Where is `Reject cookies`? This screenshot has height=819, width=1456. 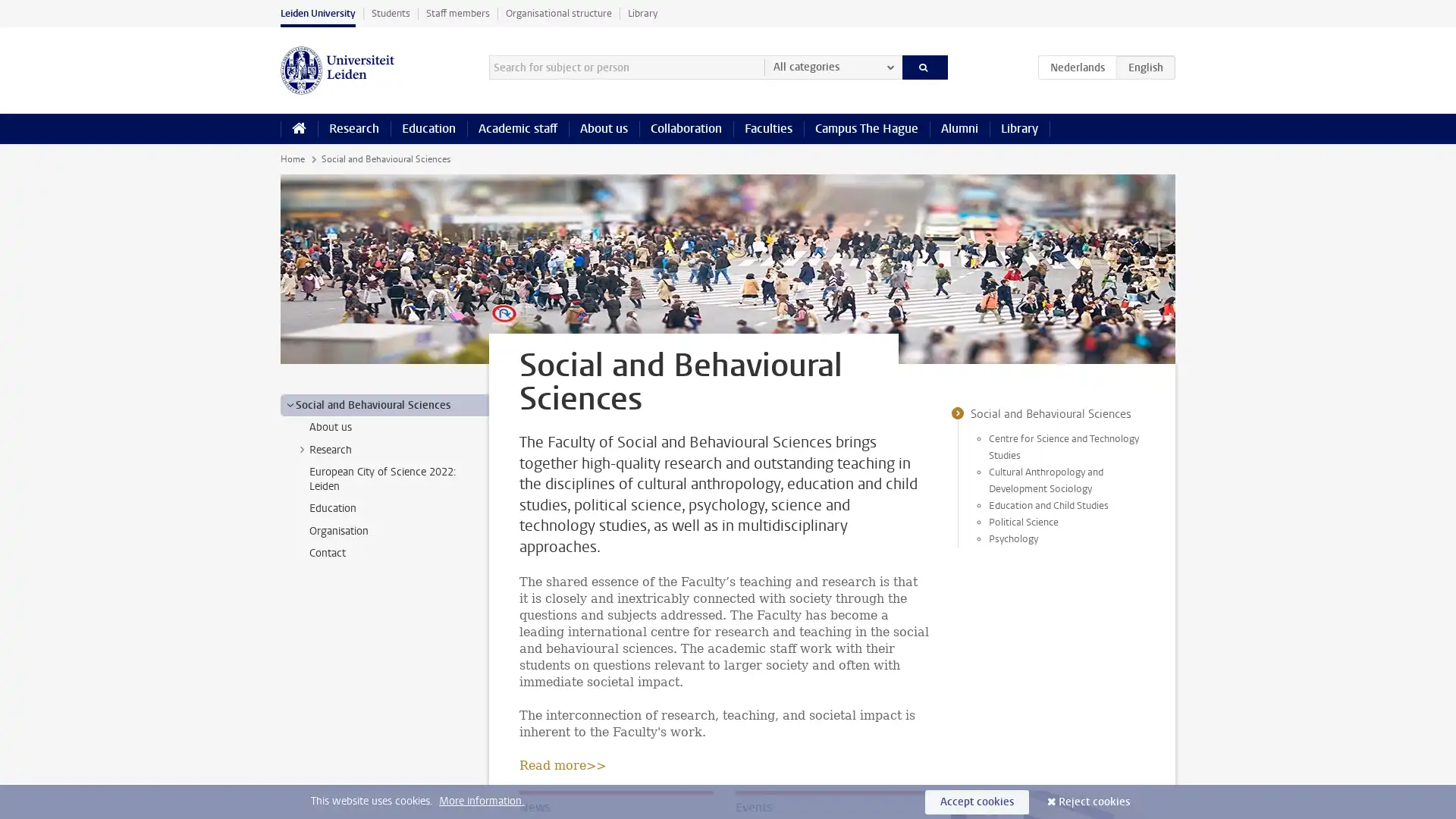 Reject cookies is located at coordinates (1094, 801).